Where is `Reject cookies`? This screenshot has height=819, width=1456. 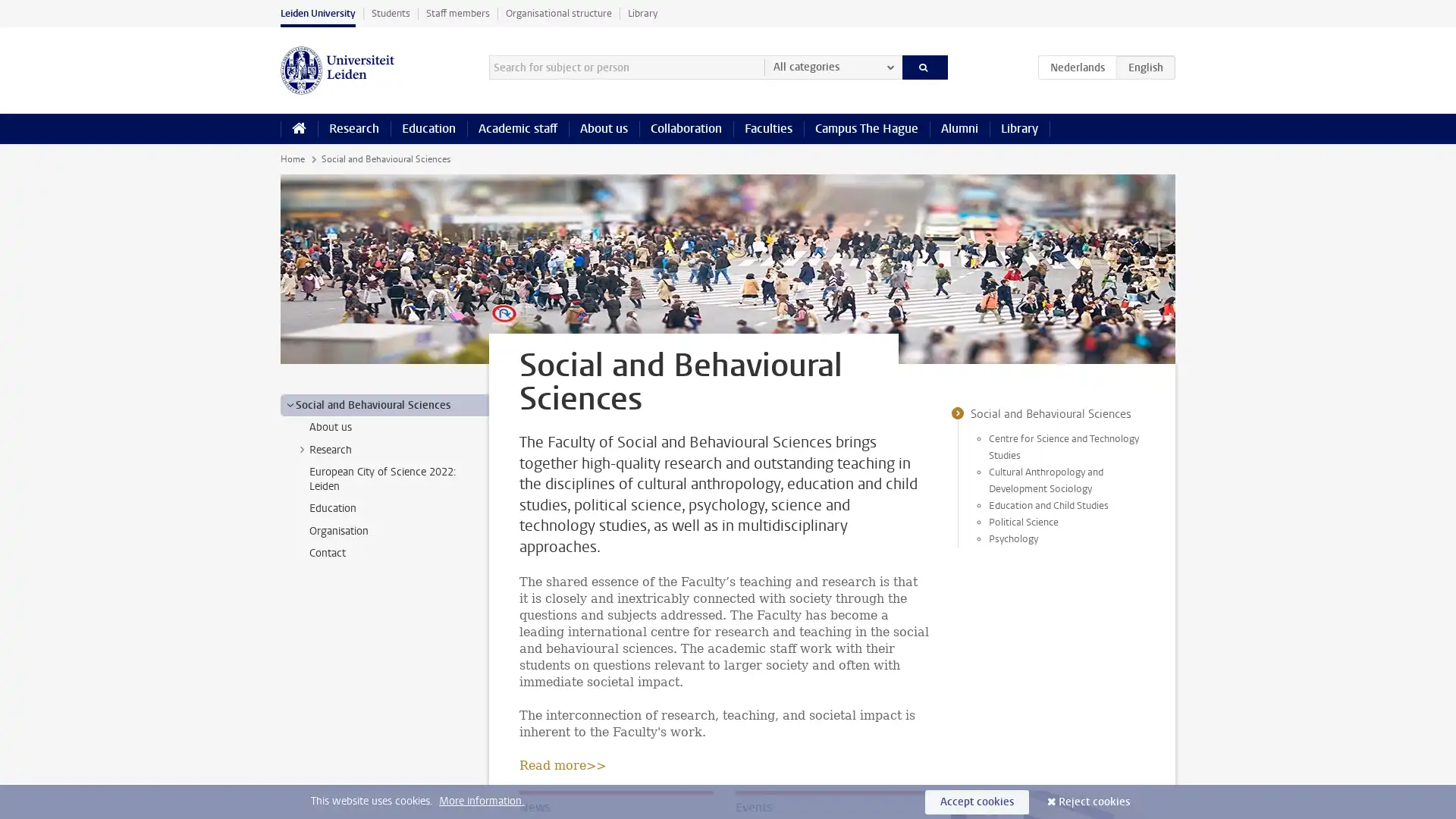 Reject cookies is located at coordinates (1094, 801).